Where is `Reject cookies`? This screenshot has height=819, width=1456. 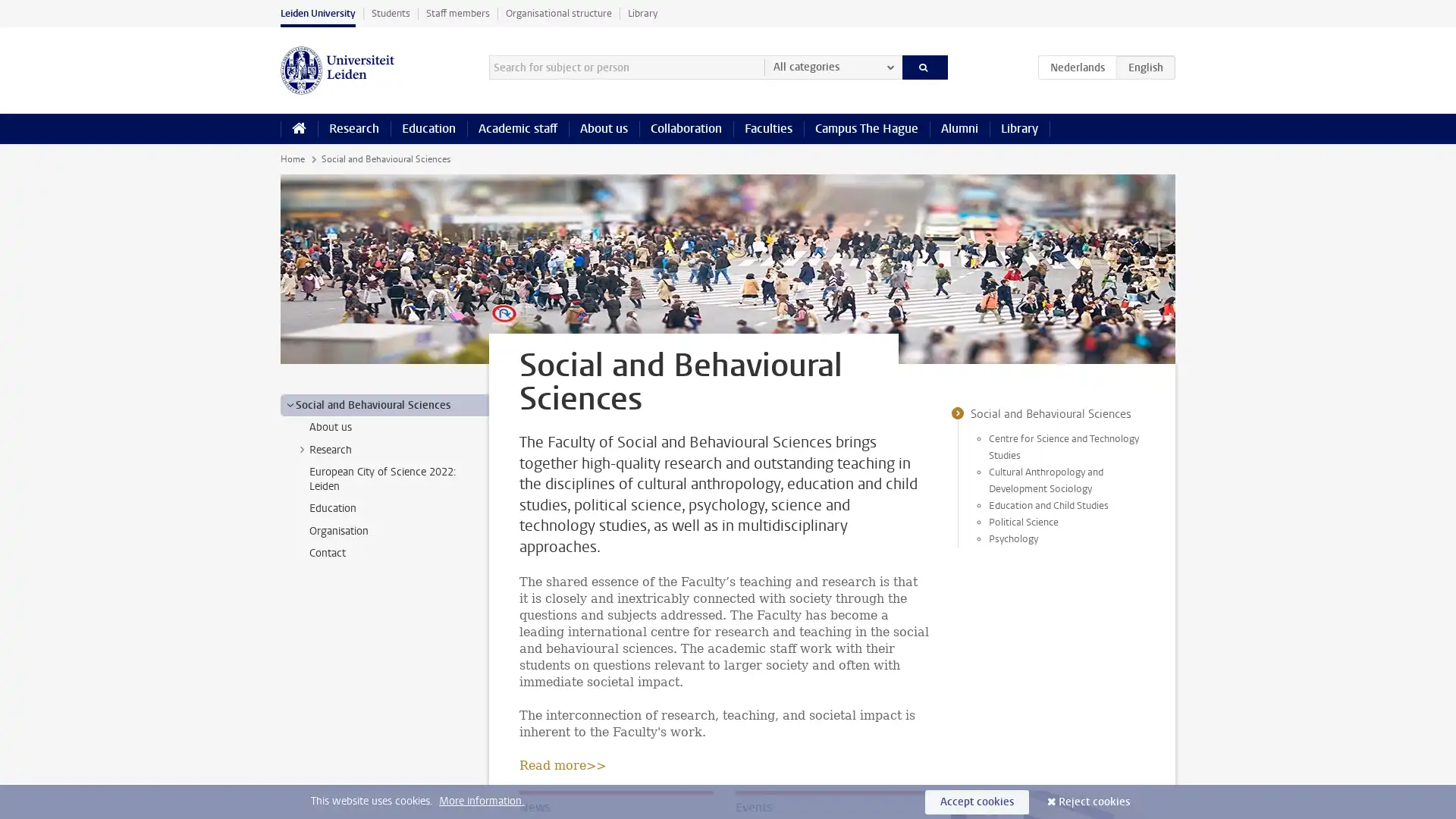 Reject cookies is located at coordinates (1094, 801).